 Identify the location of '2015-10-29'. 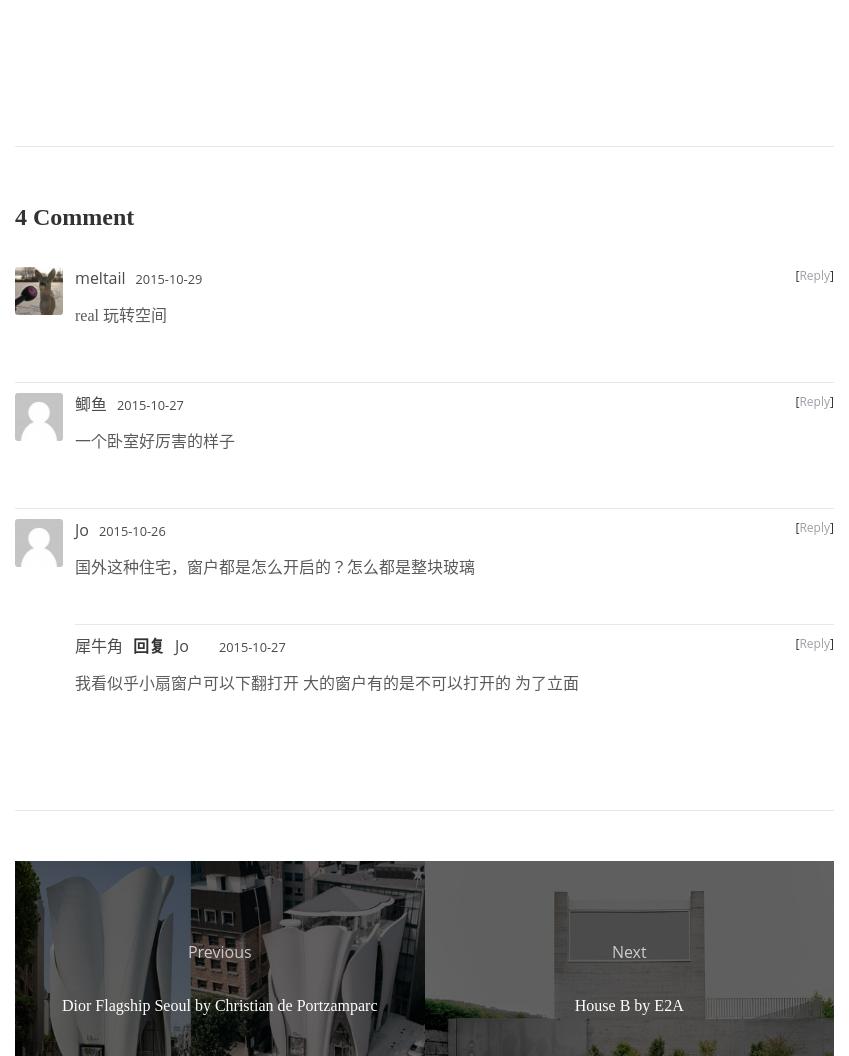
(168, 278).